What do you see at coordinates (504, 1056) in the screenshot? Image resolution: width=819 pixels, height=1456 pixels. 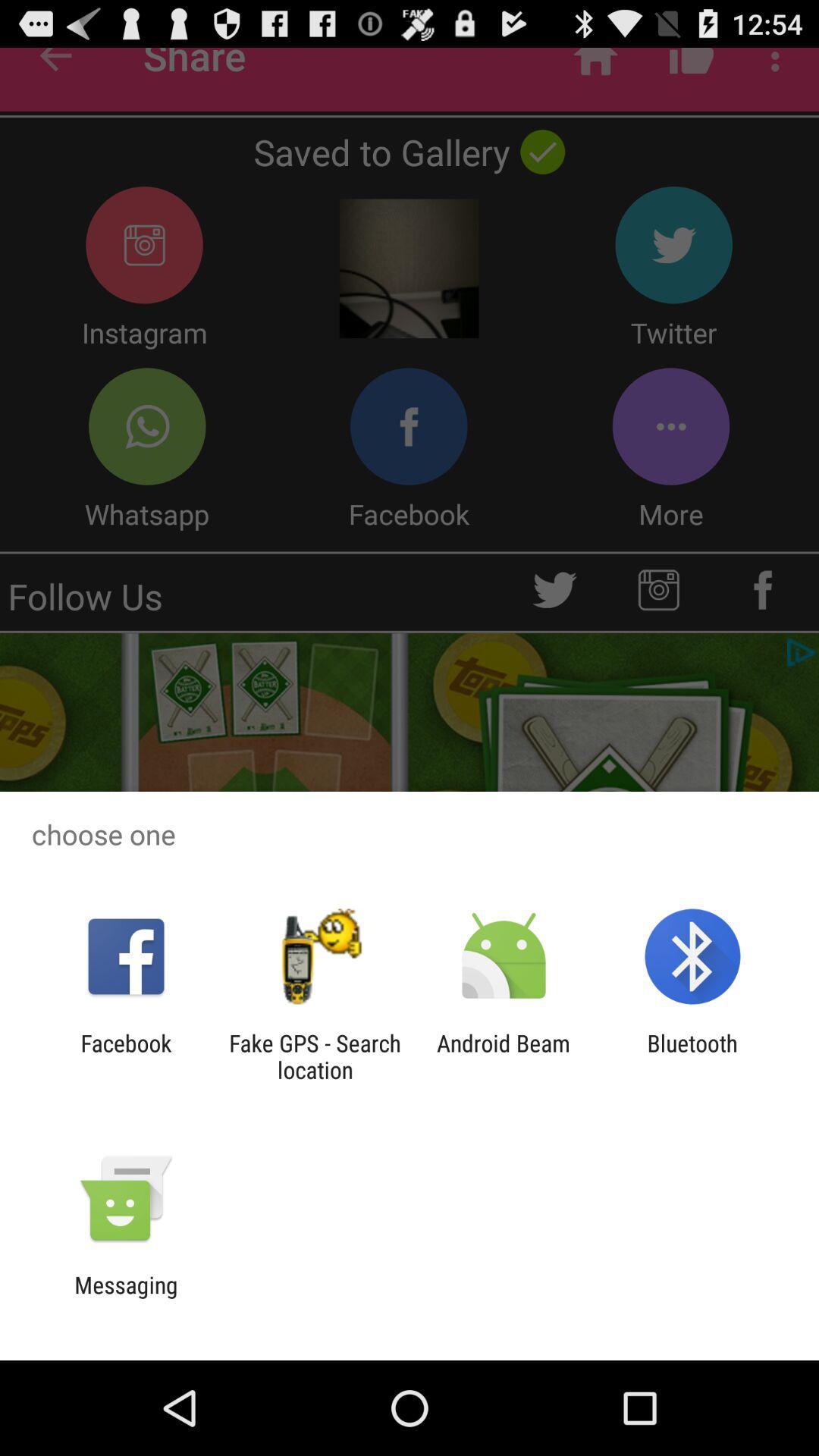 I see `android beam app` at bounding box center [504, 1056].